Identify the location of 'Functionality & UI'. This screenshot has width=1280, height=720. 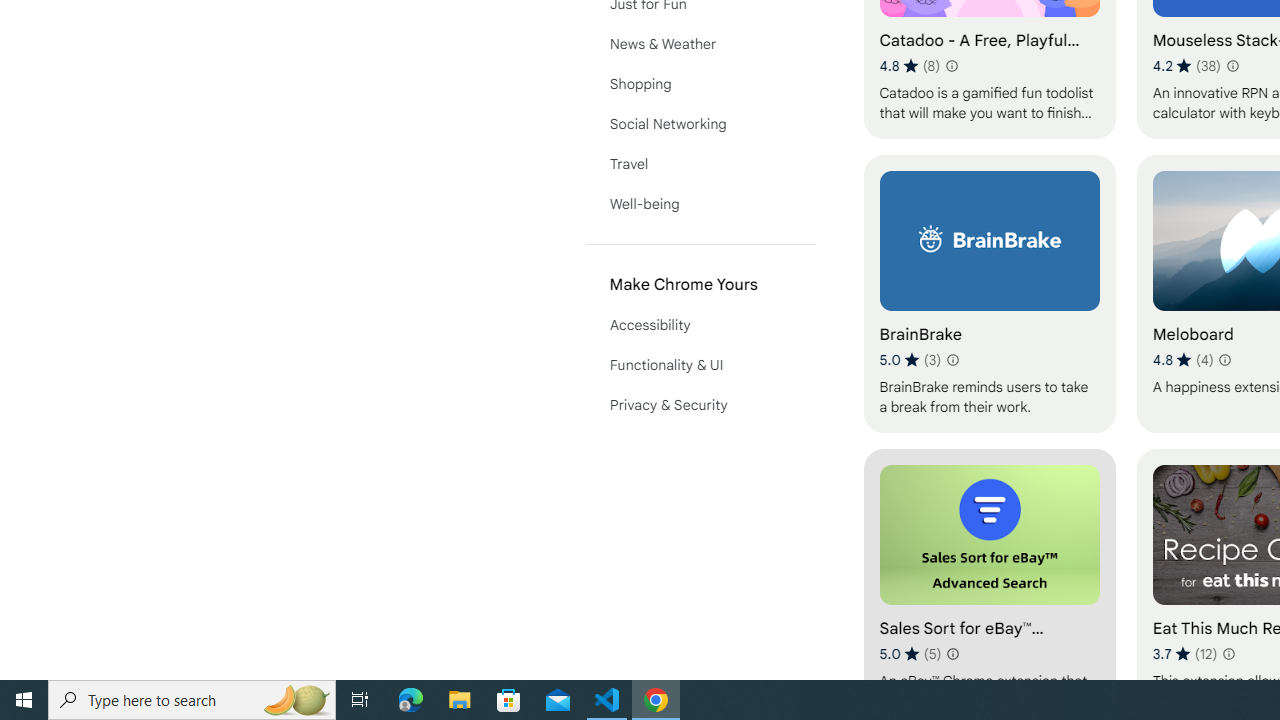
(700, 365).